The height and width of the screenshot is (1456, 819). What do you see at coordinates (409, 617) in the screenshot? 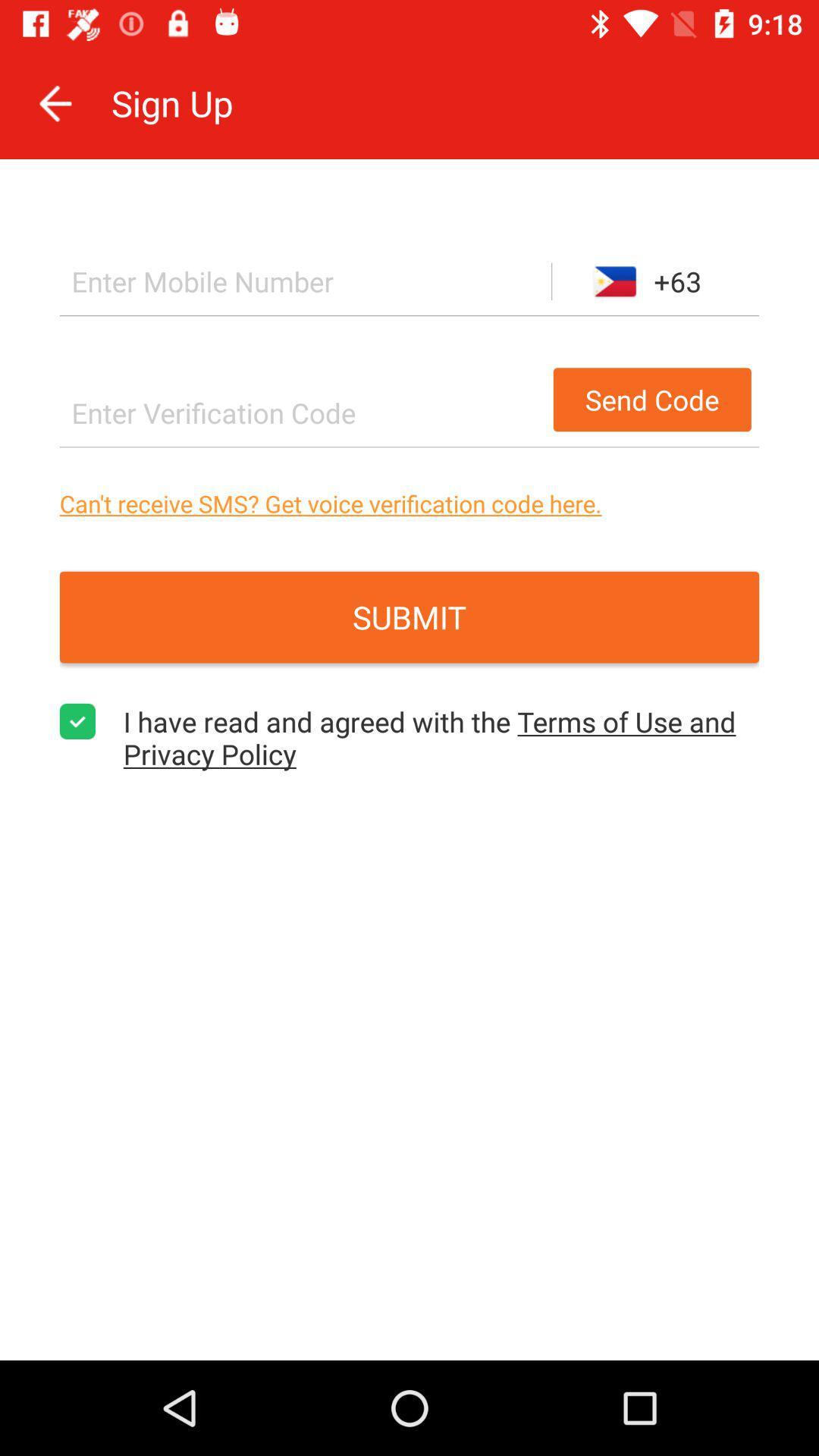
I see `the submit` at bounding box center [409, 617].